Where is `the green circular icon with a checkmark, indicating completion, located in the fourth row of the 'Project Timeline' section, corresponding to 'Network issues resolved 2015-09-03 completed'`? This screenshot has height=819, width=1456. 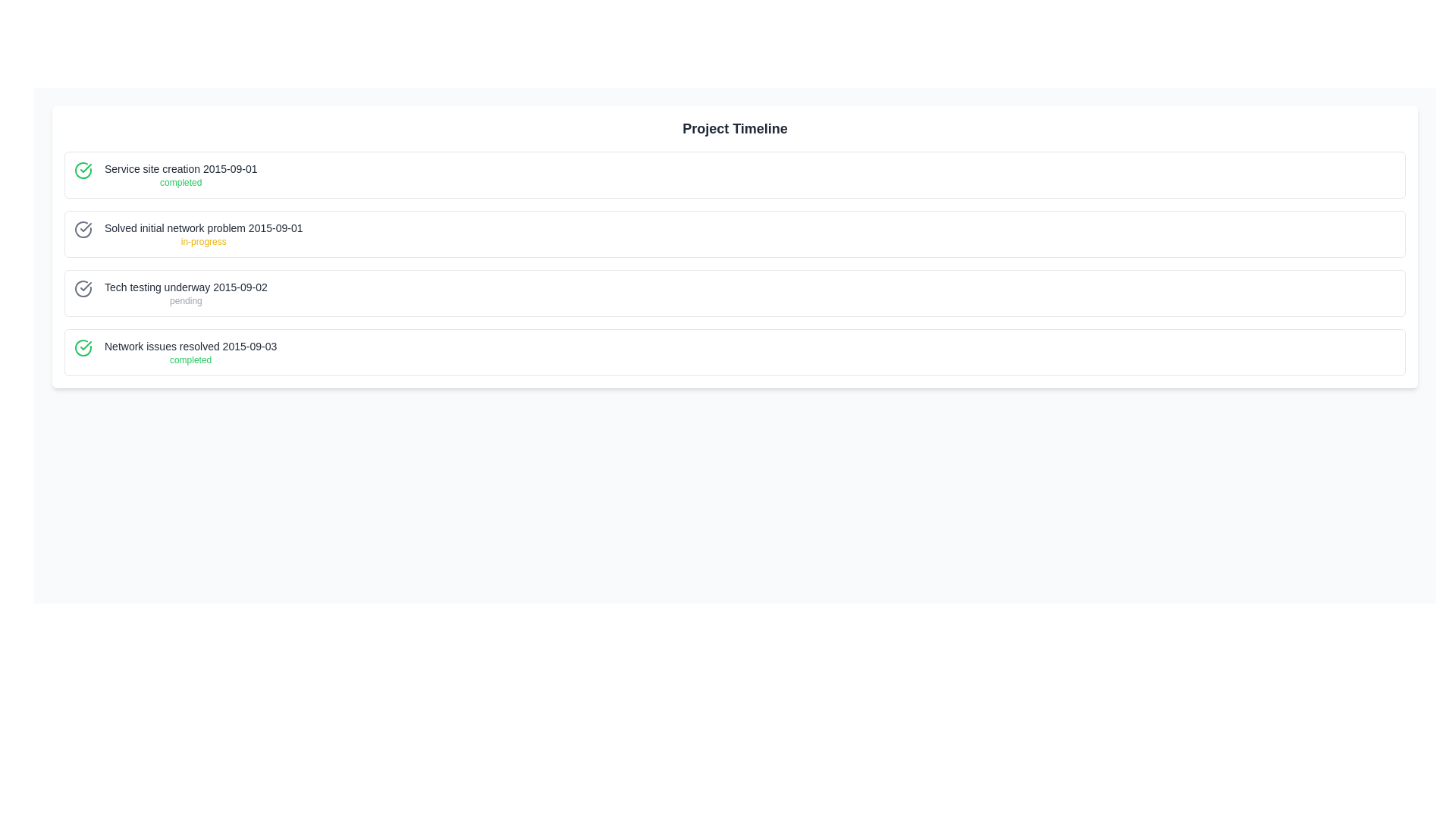 the green circular icon with a checkmark, indicating completion, located in the fourth row of the 'Project Timeline' section, corresponding to 'Network issues resolved 2015-09-03 completed' is located at coordinates (83, 348).